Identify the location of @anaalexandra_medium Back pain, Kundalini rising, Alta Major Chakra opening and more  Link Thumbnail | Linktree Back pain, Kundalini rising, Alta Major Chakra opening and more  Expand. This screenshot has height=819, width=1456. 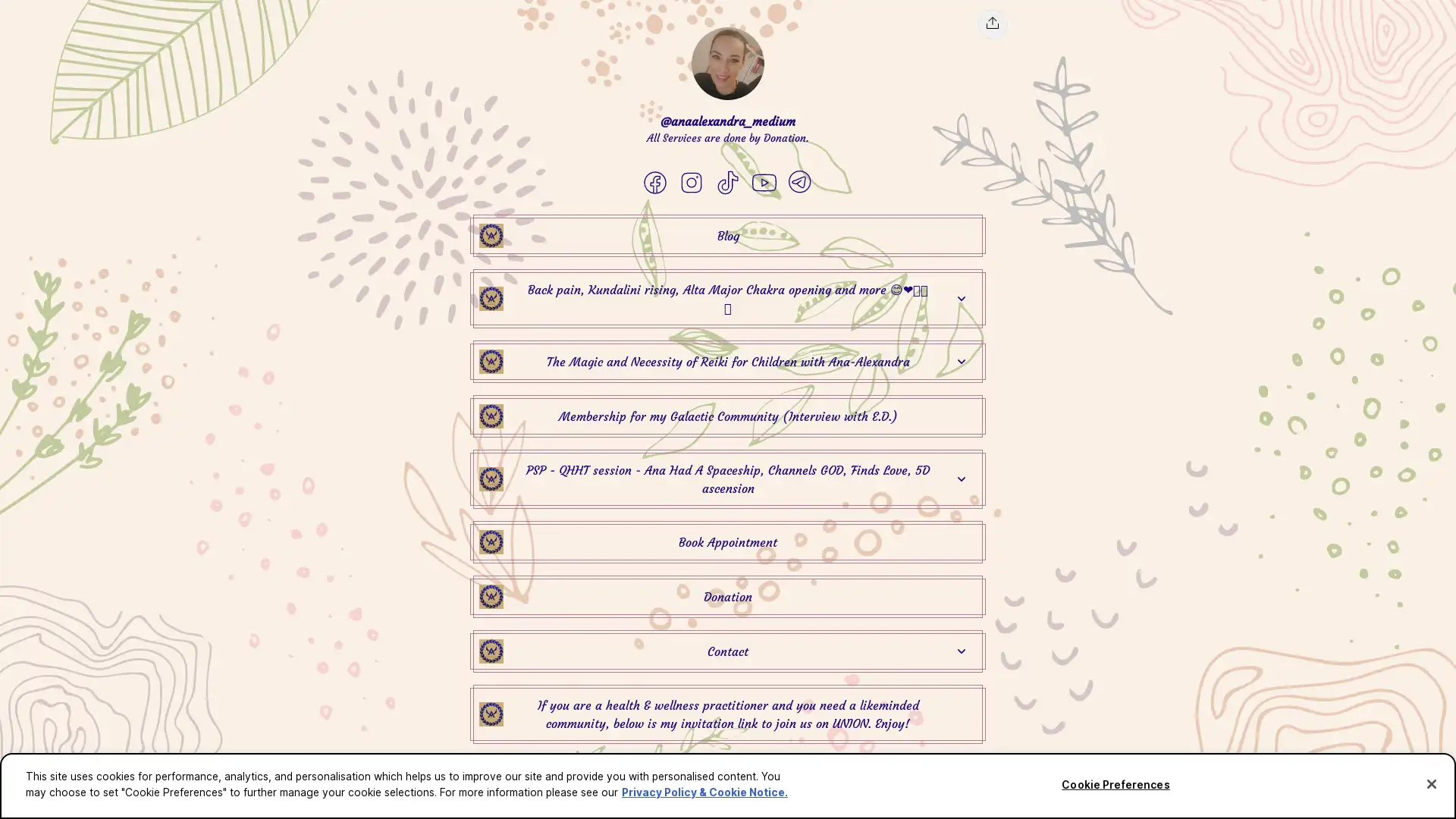
(728, 298).